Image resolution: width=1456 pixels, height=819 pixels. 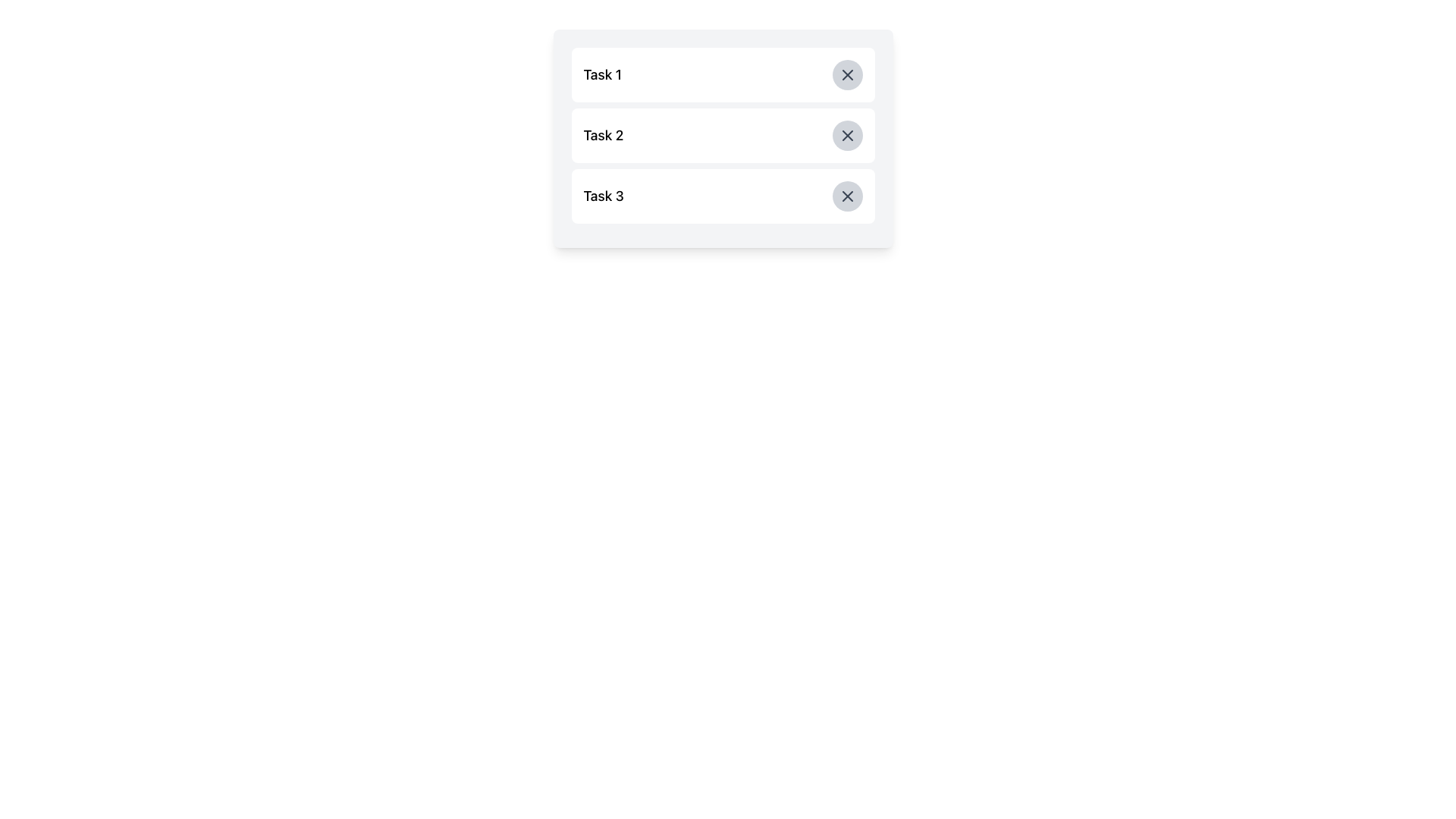 What do you see at coordinates (722, 134) in the screenshot?
I see `the List Item Block containing 'Task 2'` at bounding box center [722, 134].